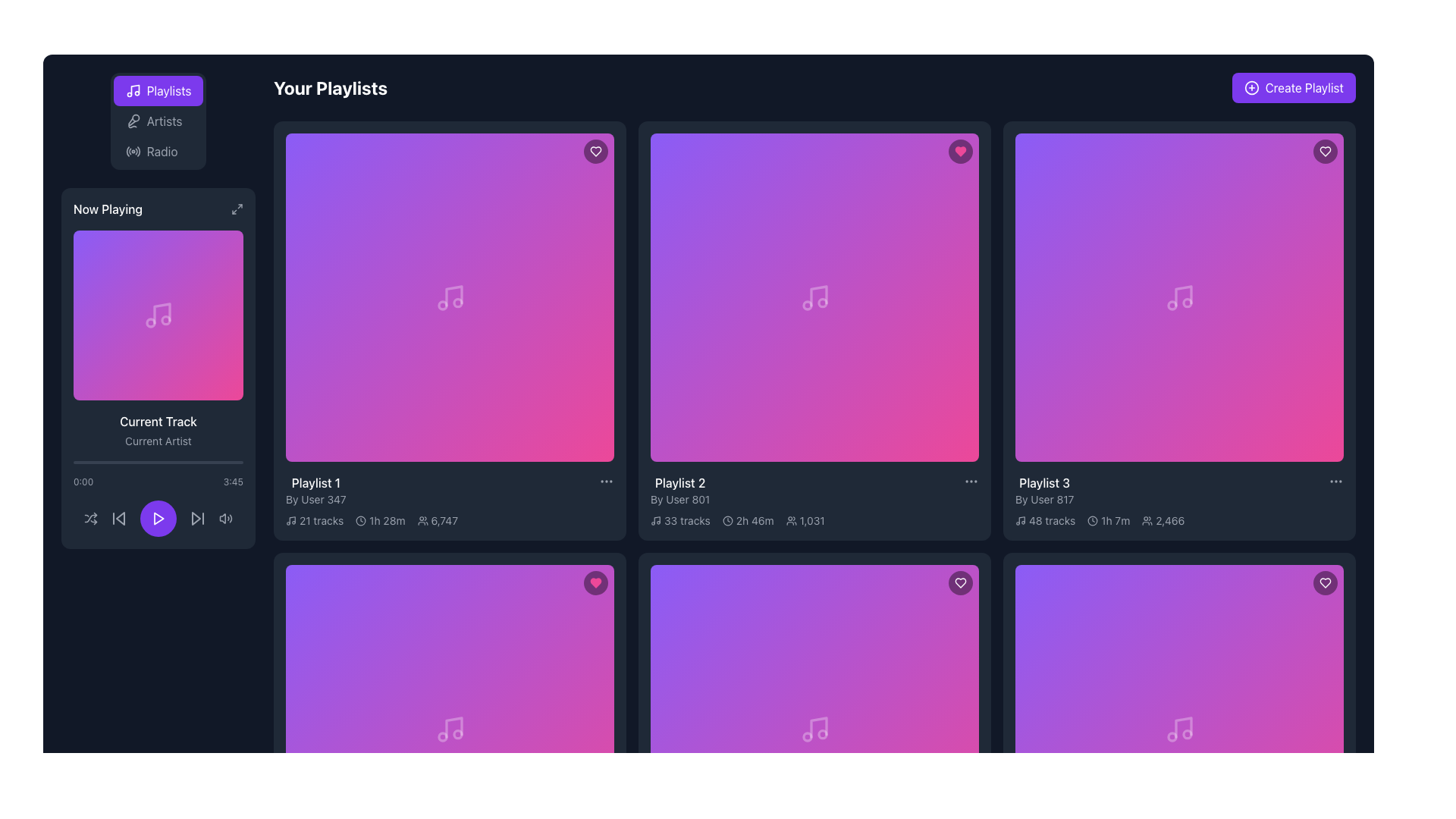  What do you see at coordinates (755, 519) in the screenshot?
I see `total duration information displayed in the Text Label located in the 'Playlist 2' card within the 'Your Playlists' grid, positioned alongside the clock icon` at bounding box center [755, 519].